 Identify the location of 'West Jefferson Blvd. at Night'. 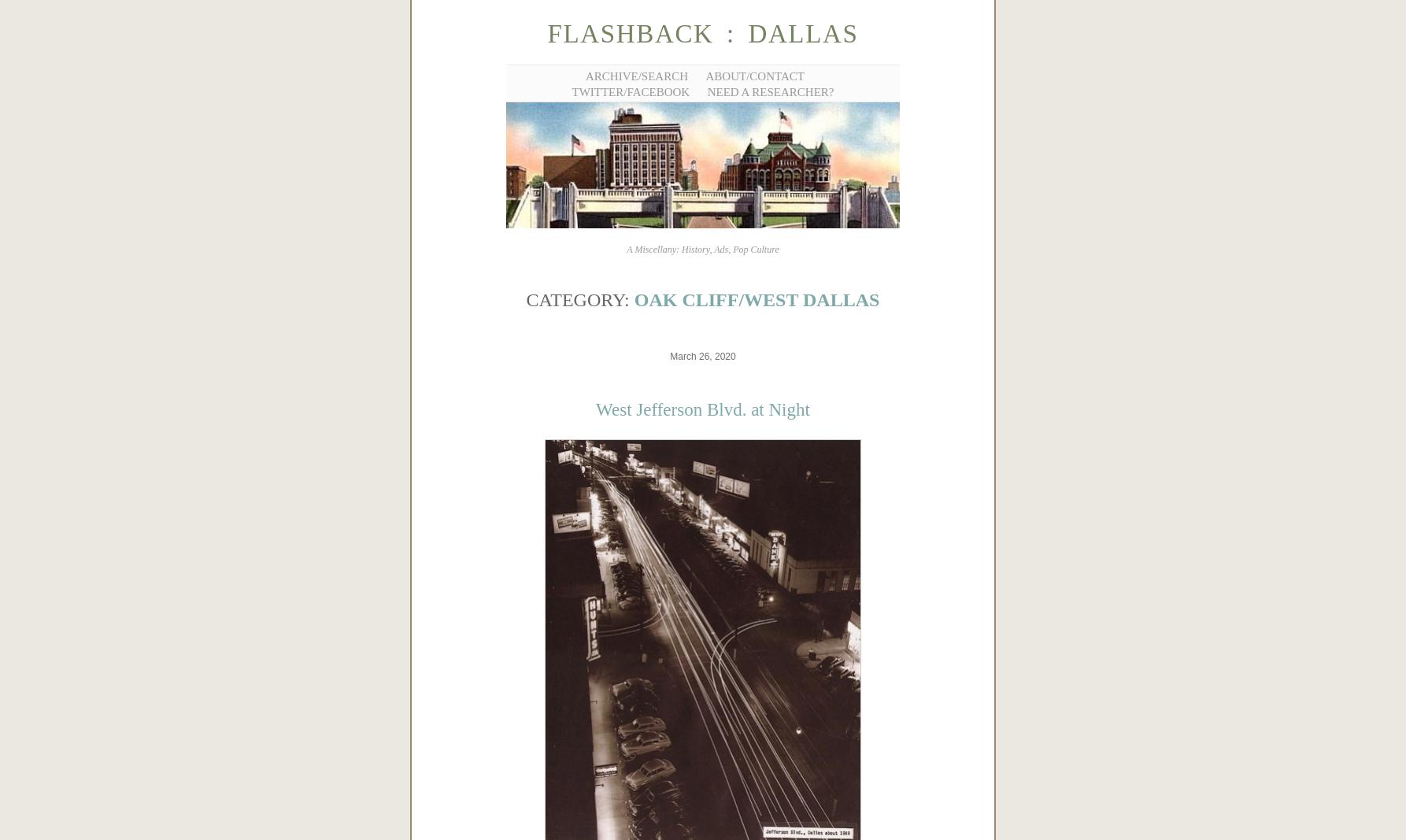
(701, 409).